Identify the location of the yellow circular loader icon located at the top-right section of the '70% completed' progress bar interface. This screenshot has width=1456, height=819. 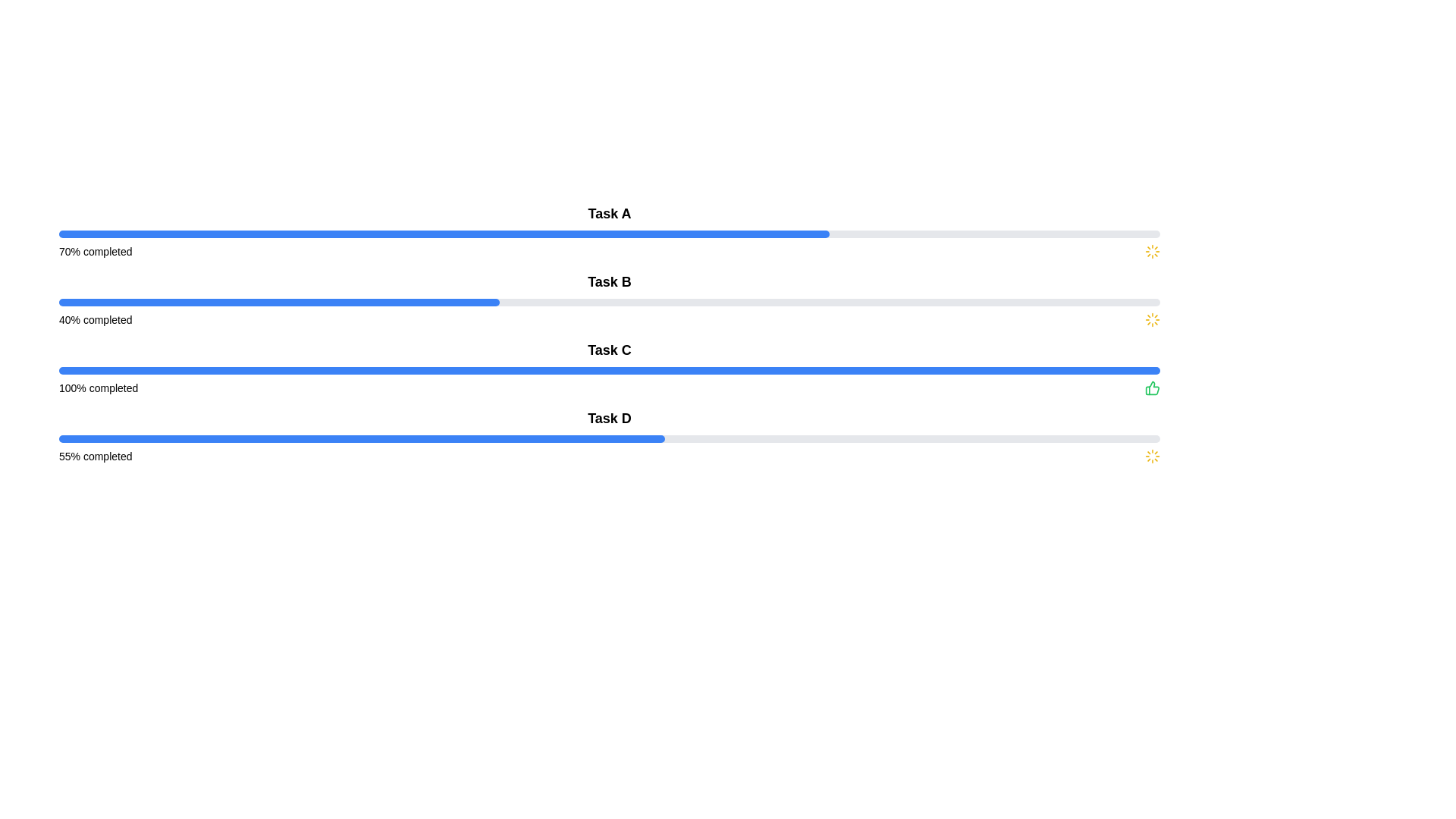
(1153, 250).